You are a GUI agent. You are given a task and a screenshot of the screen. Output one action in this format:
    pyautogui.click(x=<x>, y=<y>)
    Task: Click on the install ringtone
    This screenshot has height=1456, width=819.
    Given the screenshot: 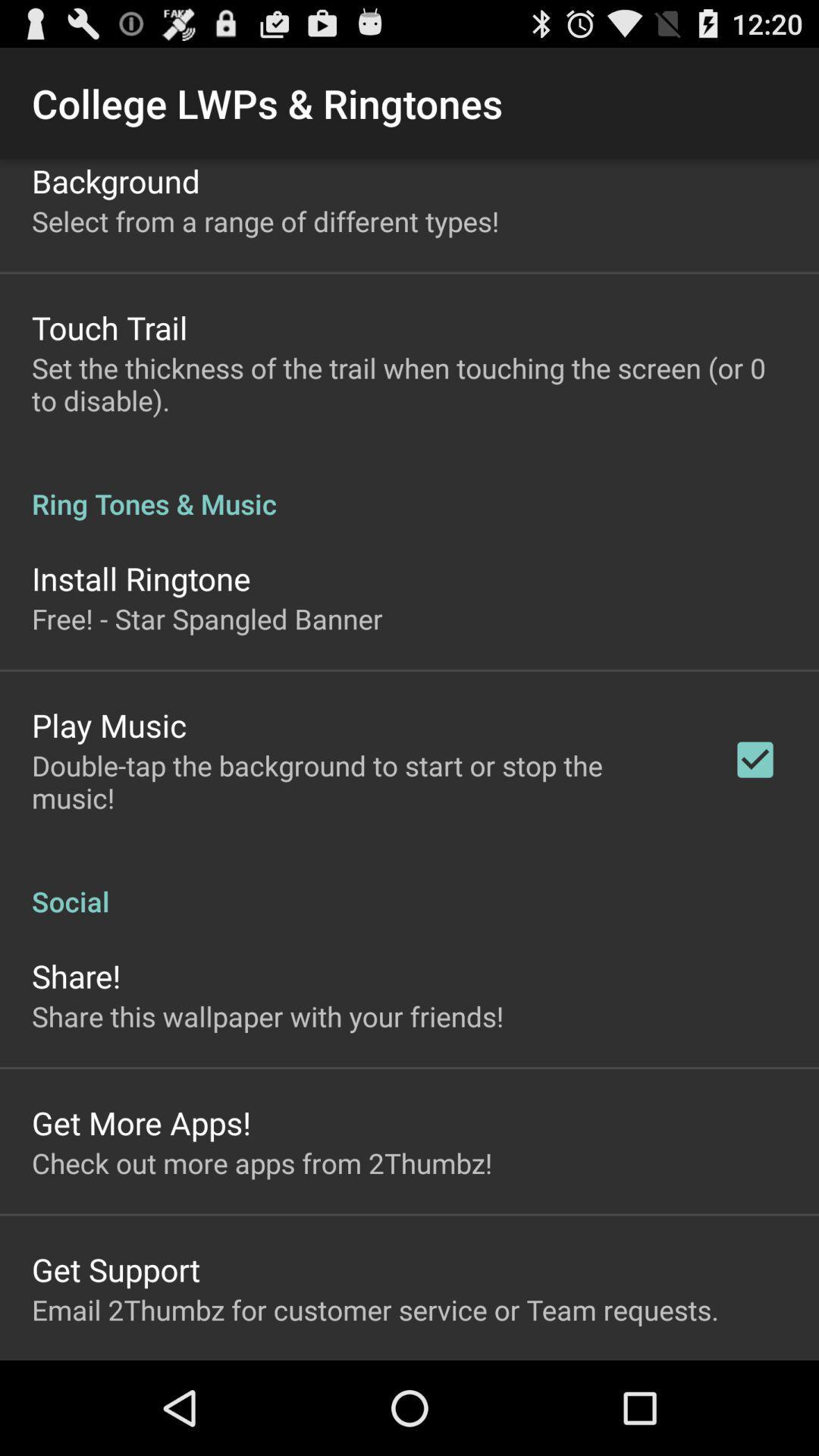 What is the action you would take?
    pyautogui.click(x=141, y=577)
    